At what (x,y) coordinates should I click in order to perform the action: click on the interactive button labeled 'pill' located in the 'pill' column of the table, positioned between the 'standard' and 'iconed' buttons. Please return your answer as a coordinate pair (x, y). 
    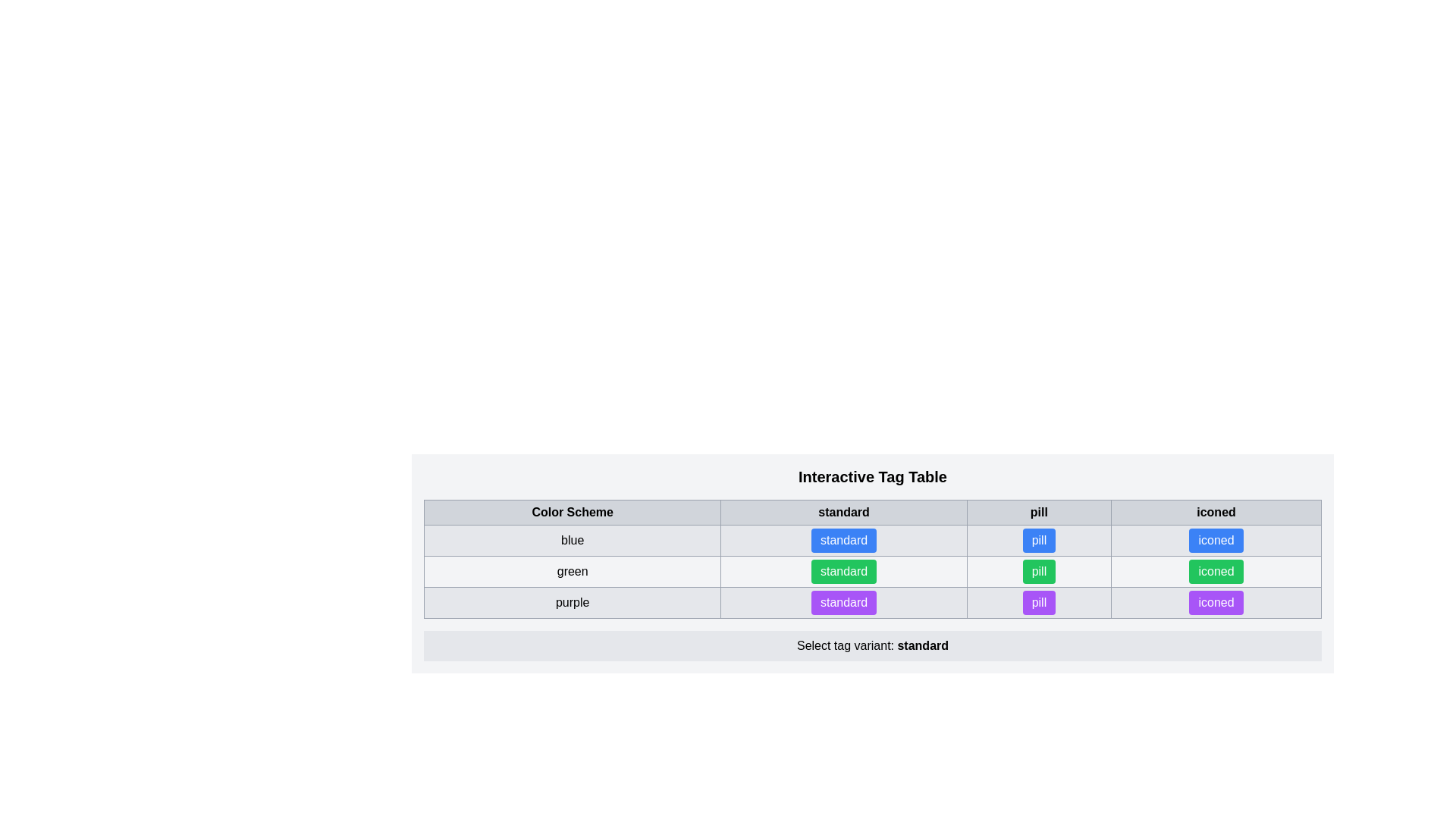
    Looking at the image, I should click on (1038, 540).